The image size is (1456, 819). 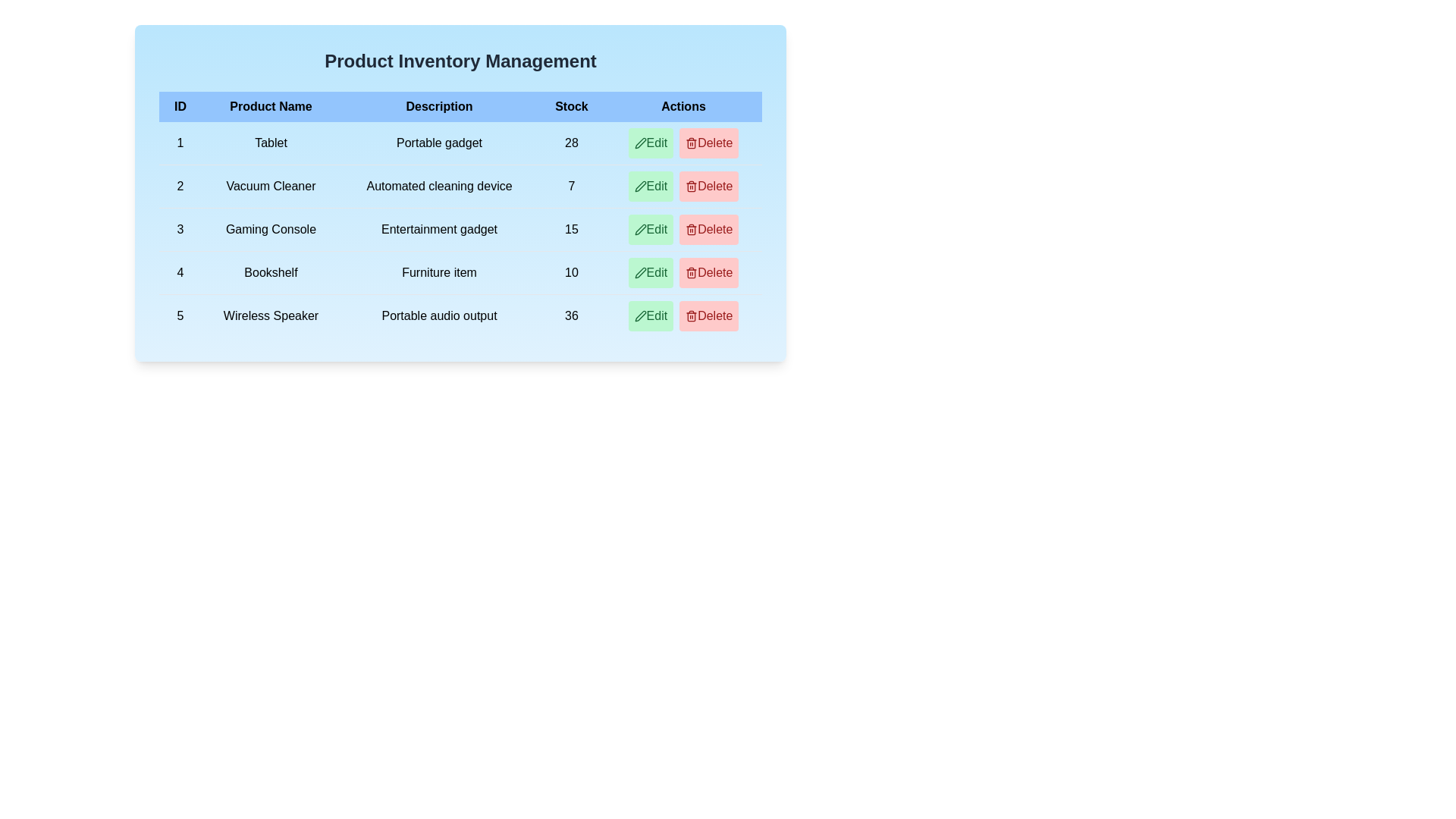 I want to click on the fifth 'Delete' button with a trash can icon located in the action column of the data table adjacent to the product named 'Bookshelf' to initiate a delete action, so click(x=708, y=271).